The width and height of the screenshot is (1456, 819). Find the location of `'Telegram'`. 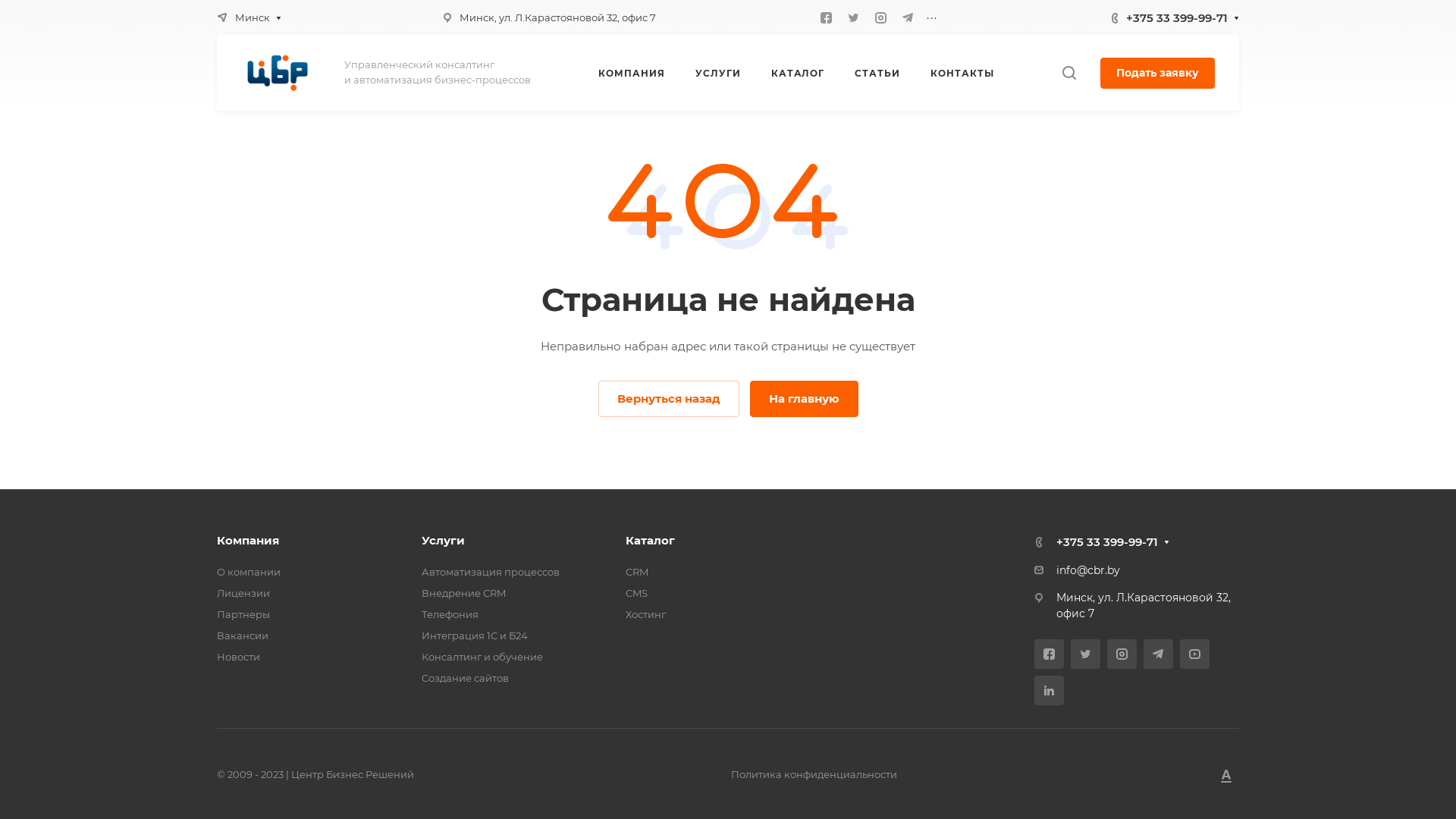

'Telegram' is located at coordinates (907, 17).